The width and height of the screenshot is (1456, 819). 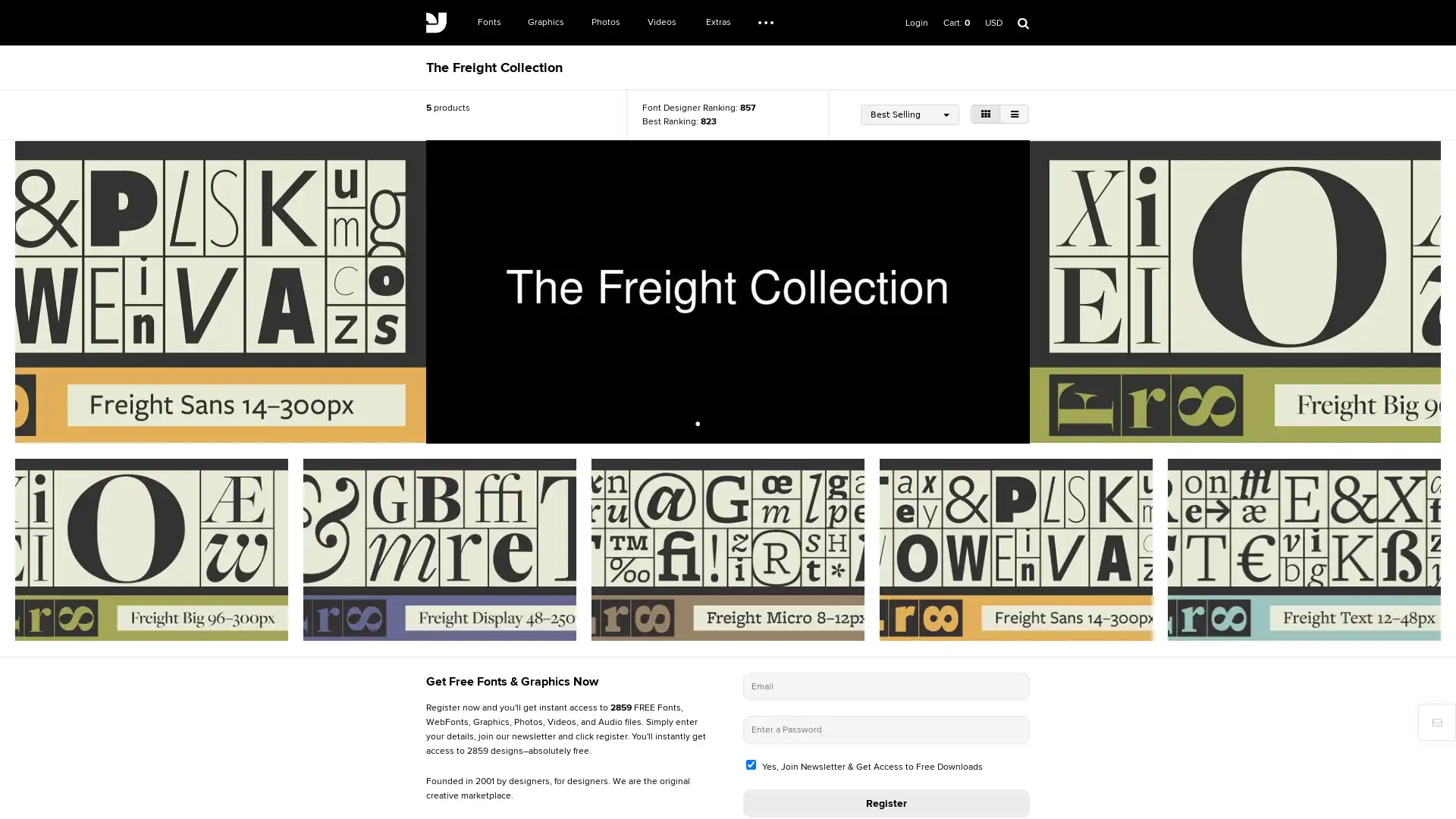 What do you see at coordinates (886, 802) in the screenshot?
I see `Register` at bounding box center [886, 802].